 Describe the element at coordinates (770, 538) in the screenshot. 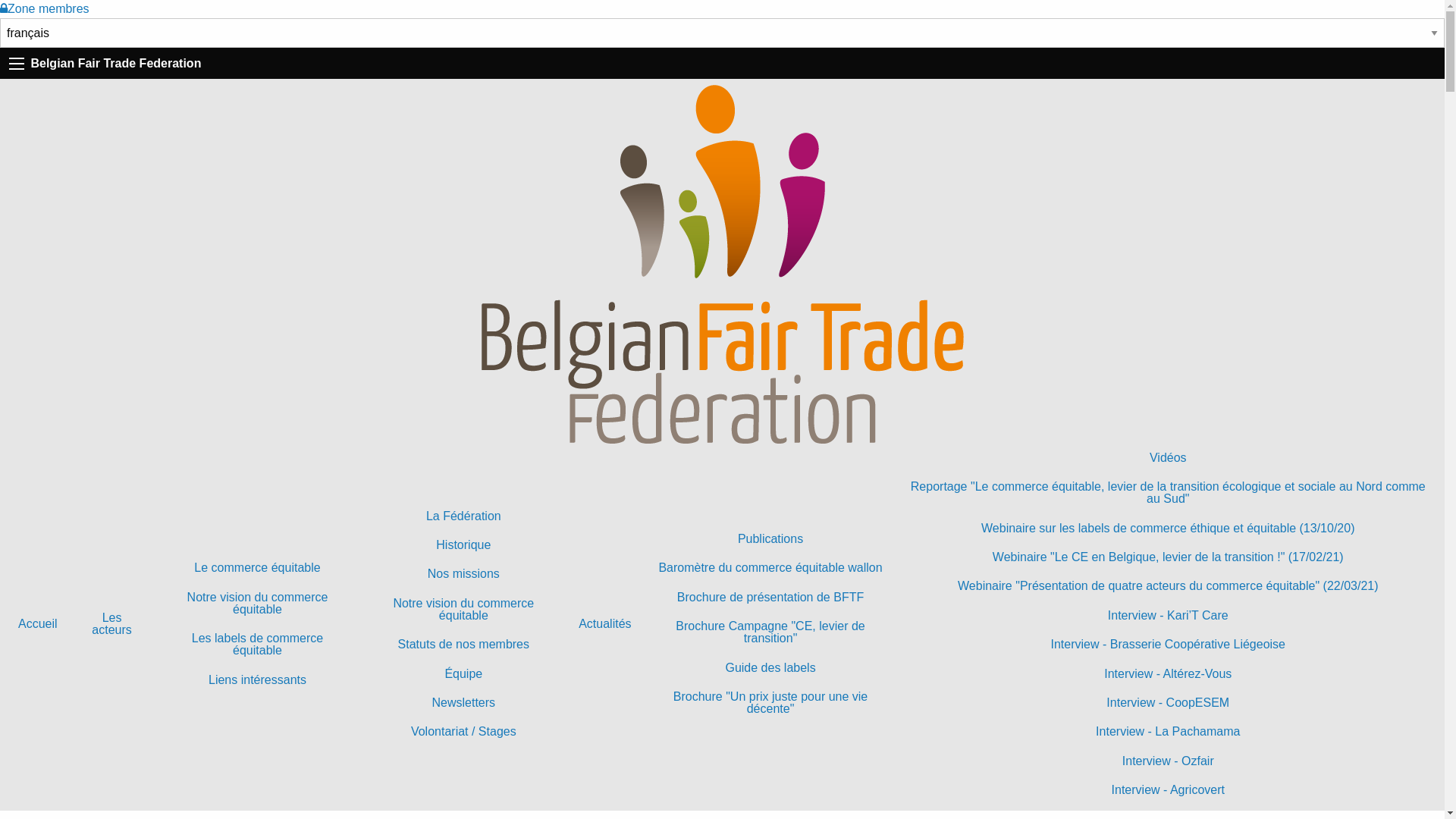

I see `'Publications'` at that location.